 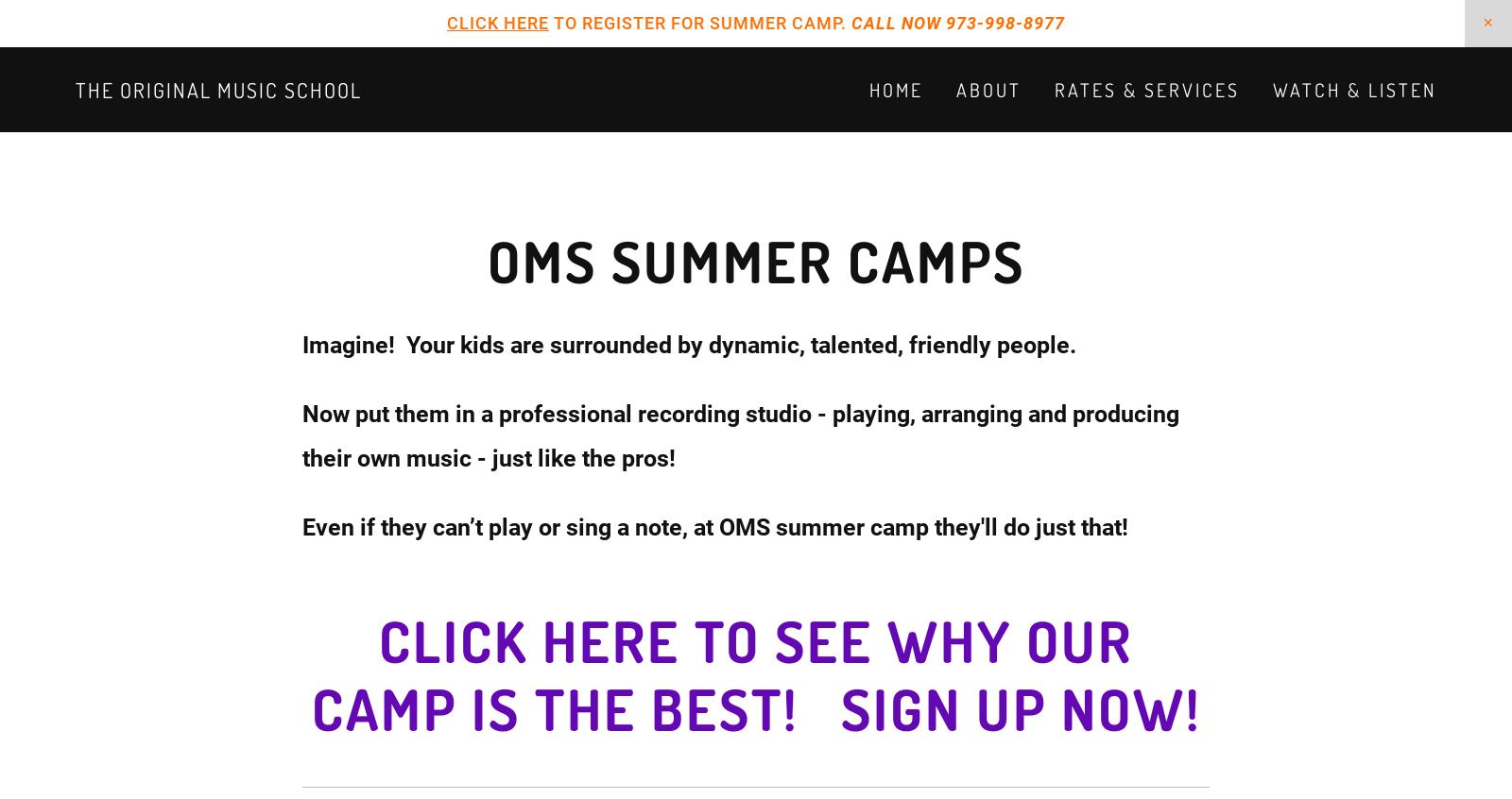 What do you see at coordinates (1146, 90) in the screenshot?
I see `'Rates & Services'` at bounding box center [1146, 90].